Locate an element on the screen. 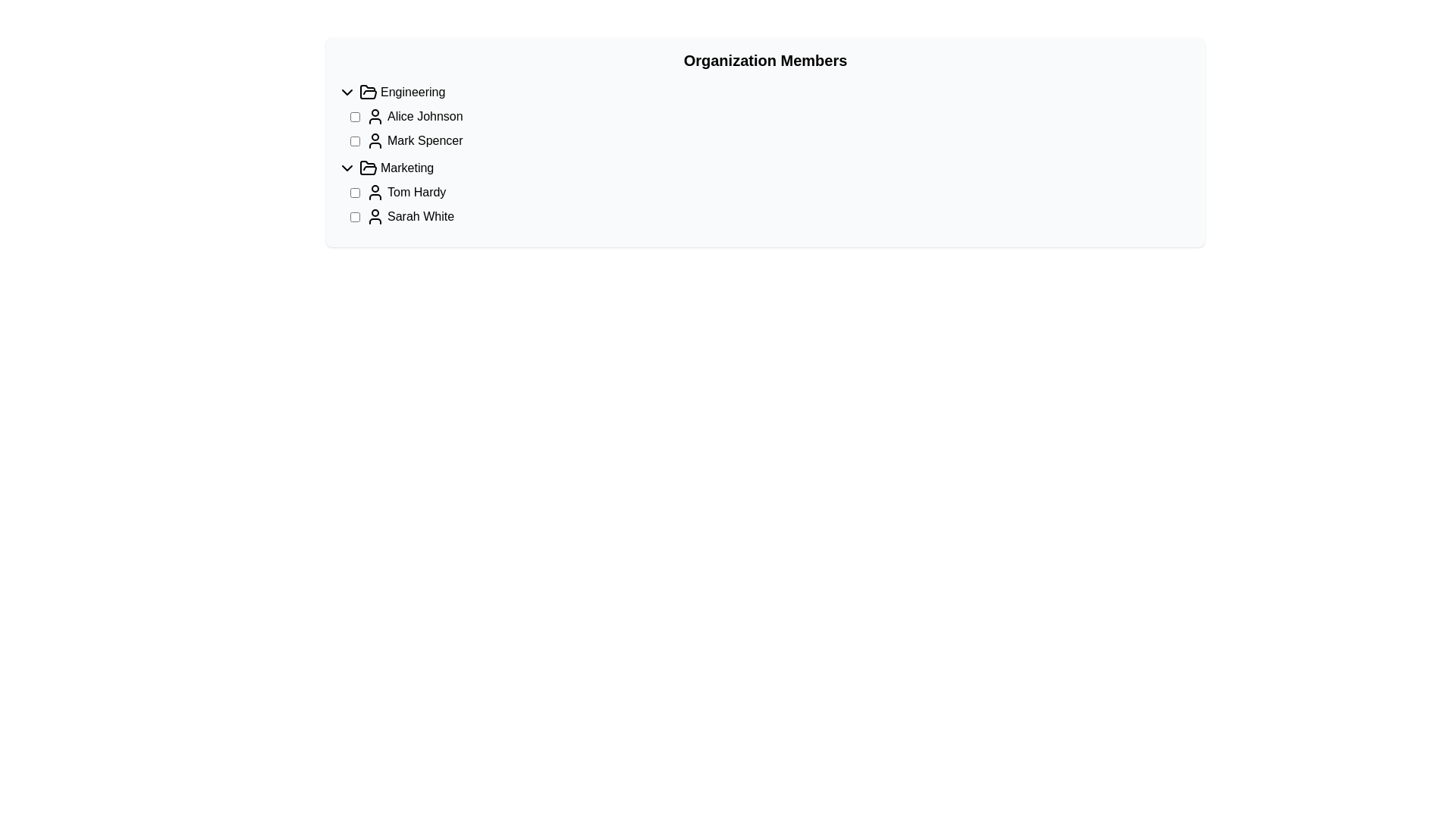  the SVG icon representing a user located in the 'Engineering' group under 'Organization Members', positioned to the left of 'Alice Johnson' is located at coordinates (375, 116).